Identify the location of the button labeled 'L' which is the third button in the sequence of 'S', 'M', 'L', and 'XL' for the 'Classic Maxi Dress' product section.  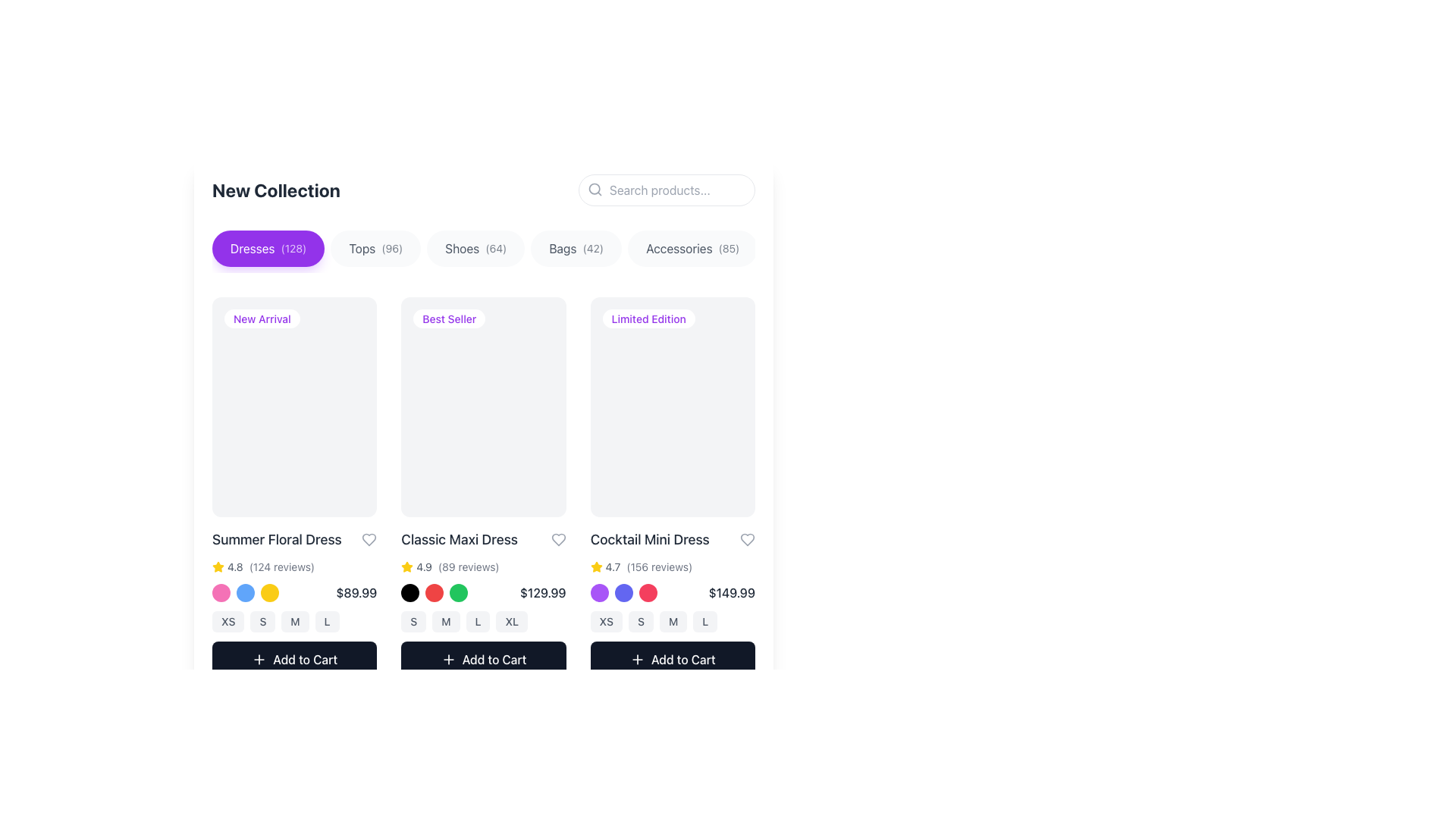
(477, 621).